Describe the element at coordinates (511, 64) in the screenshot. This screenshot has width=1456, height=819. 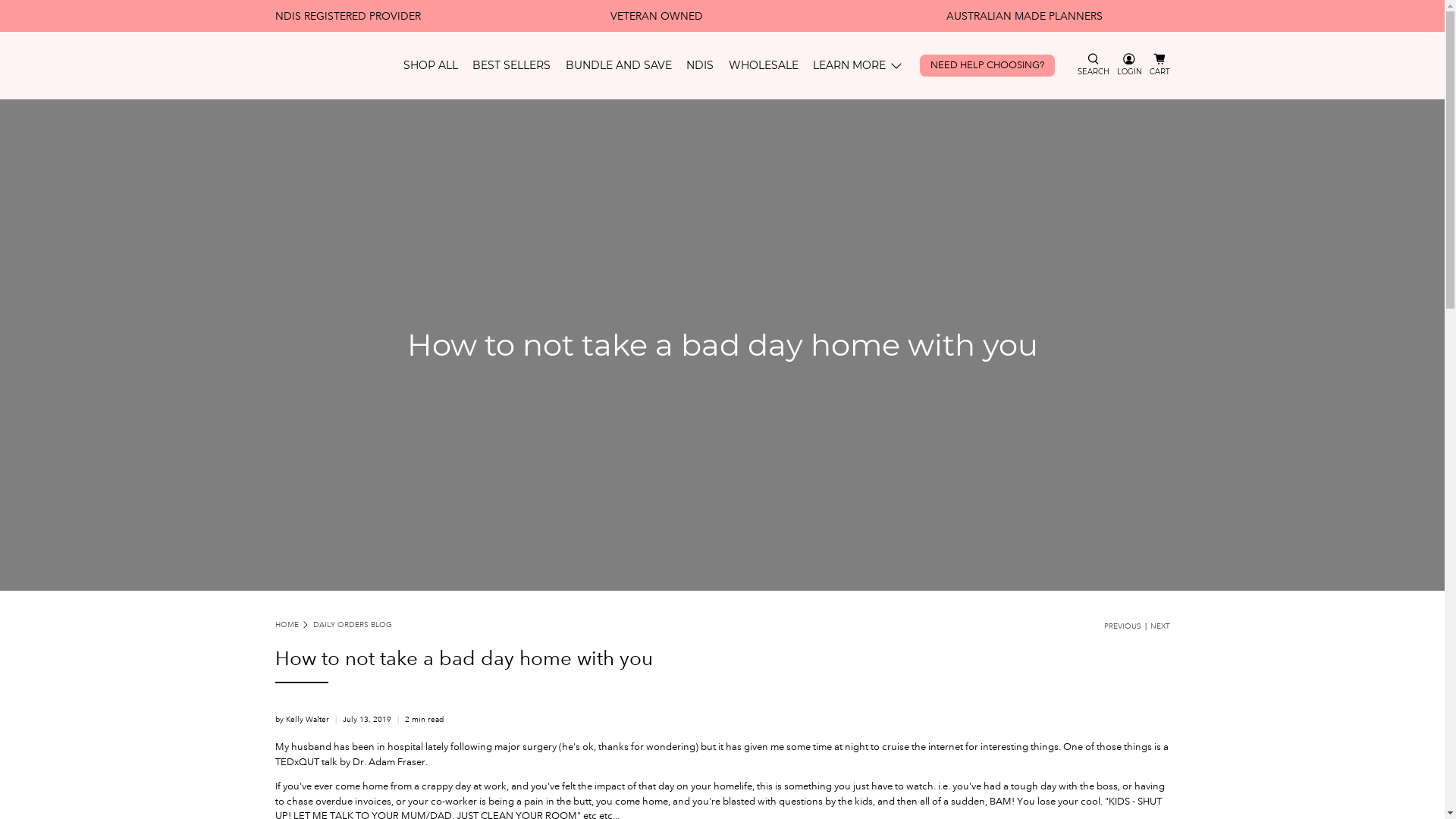
I see `'BEST SELLERS'` at that location.